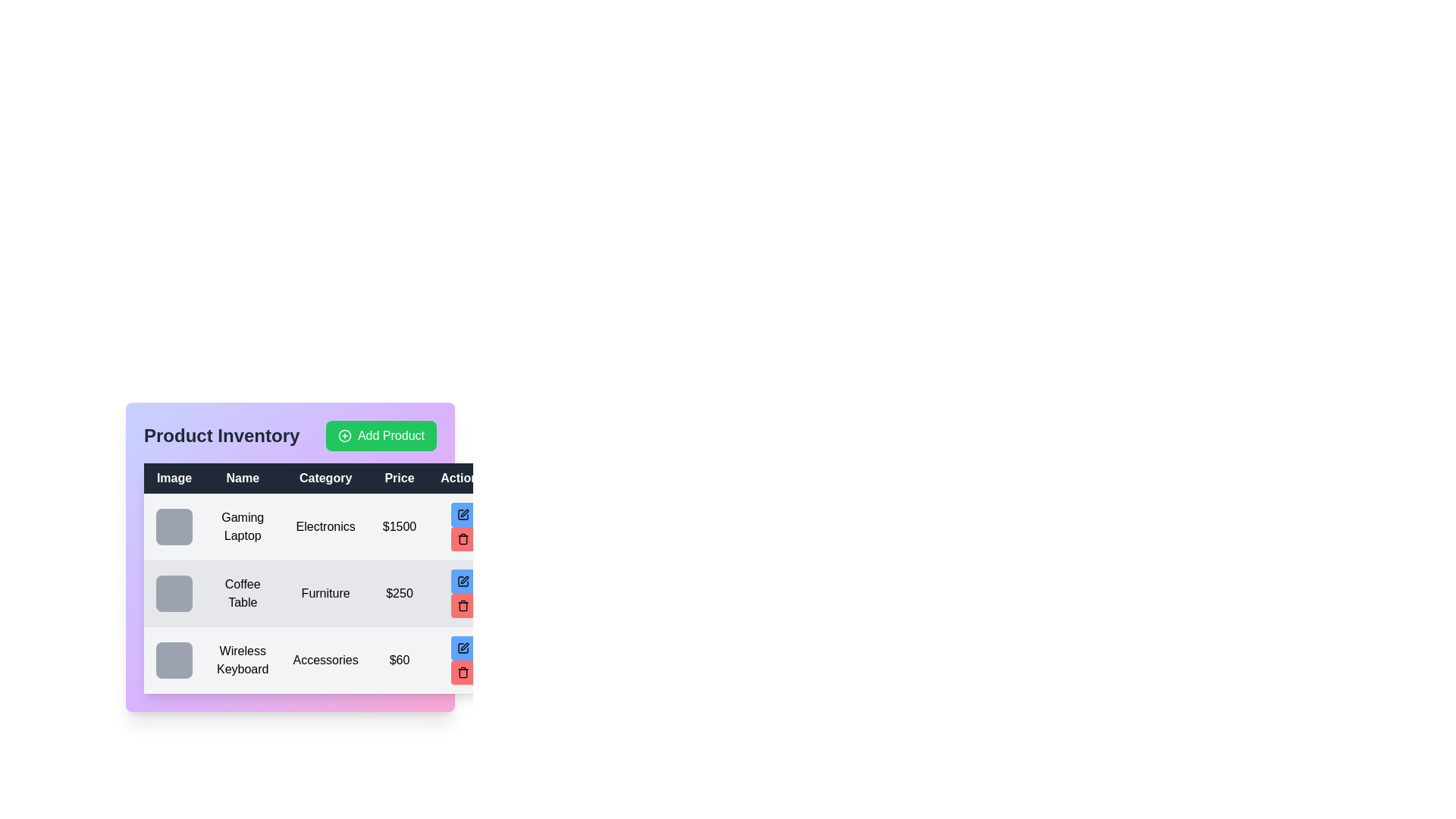 This screenshot has width=1456, height=819. Describe the element at coordinates (462, 672) in the screenshot. I see `the delete button located at the far right of the last row in the inventory table, positioned under the 'Action' column and aligned with the 'Wireless Keyboard' item` at that location.